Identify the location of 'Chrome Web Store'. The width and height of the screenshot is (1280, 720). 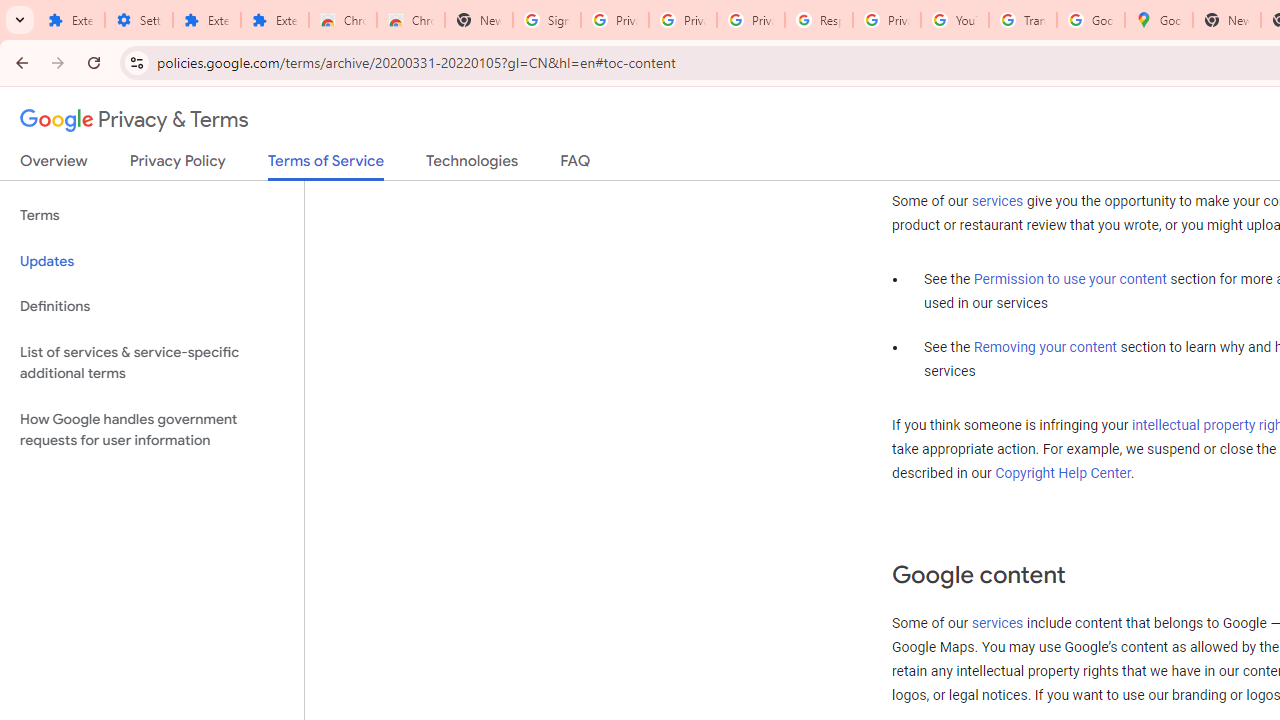
(343, 20).